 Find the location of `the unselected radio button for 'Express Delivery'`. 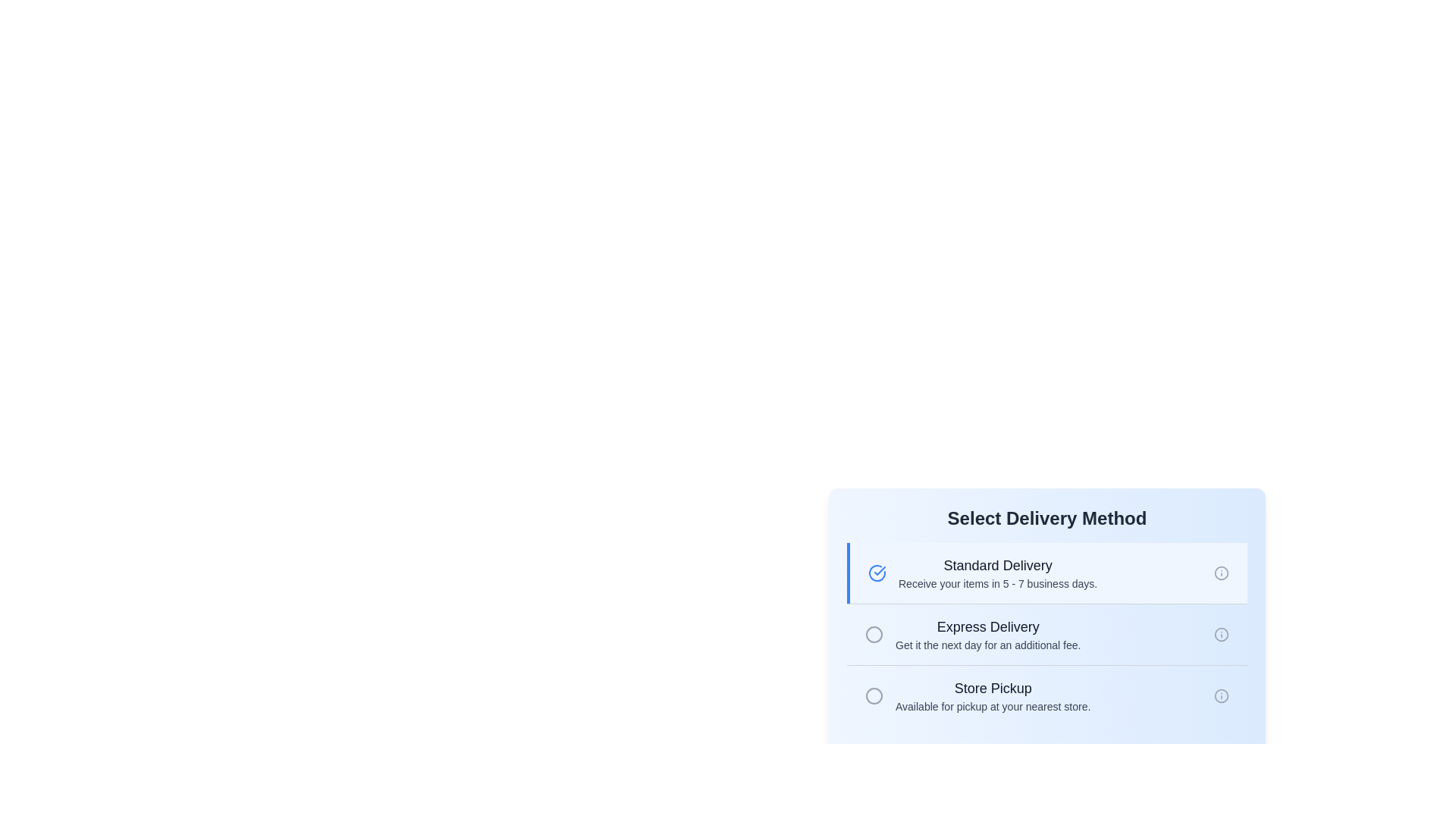

the unselected radio button for 'Express Delivery' is located at coordinates (874, 635).